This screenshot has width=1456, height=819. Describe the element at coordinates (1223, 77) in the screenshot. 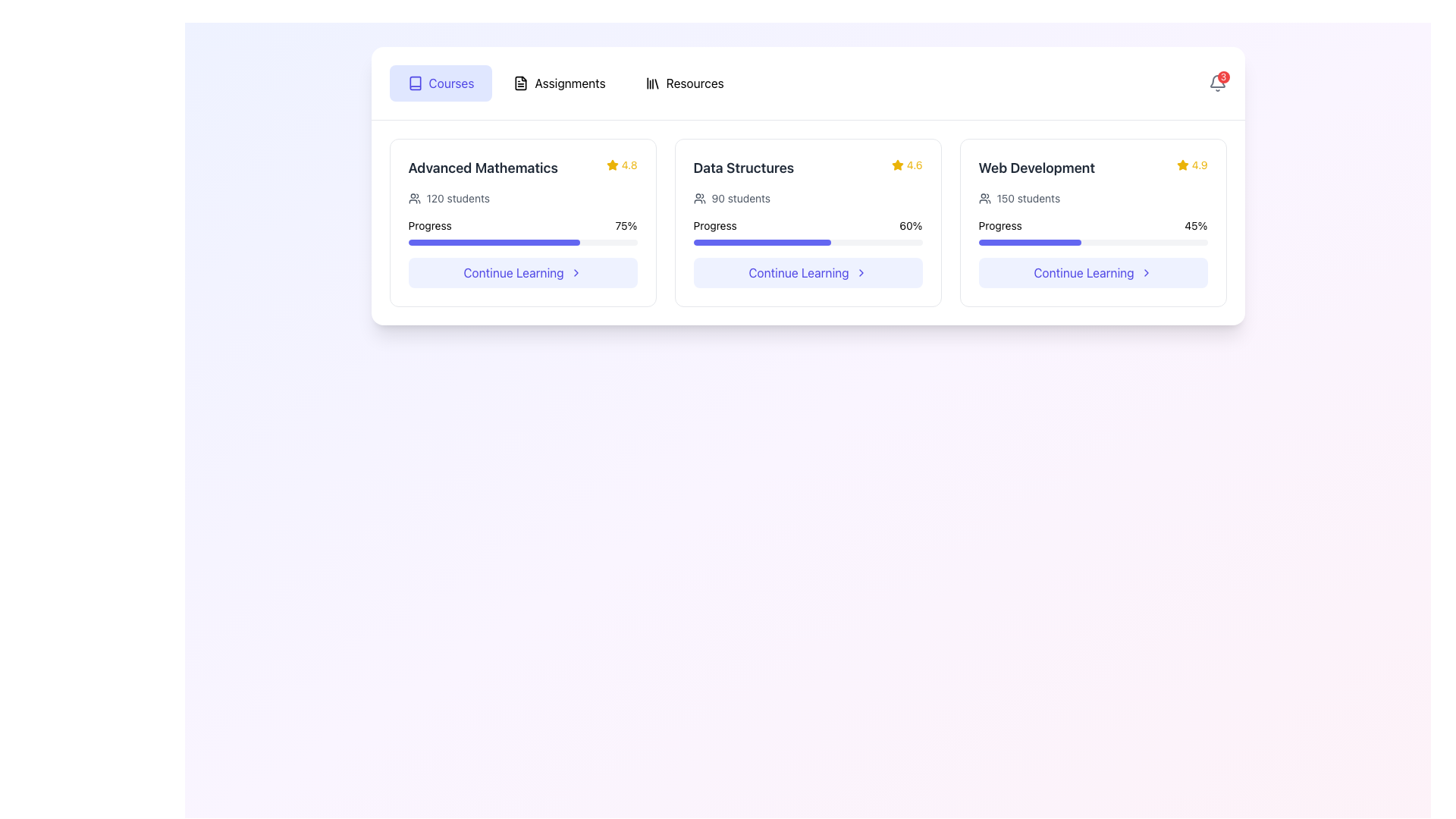

I see `the small red notification badge located at the top-right corner of the bell icon in the header section, which indicates pending actions or alerts` at that location.